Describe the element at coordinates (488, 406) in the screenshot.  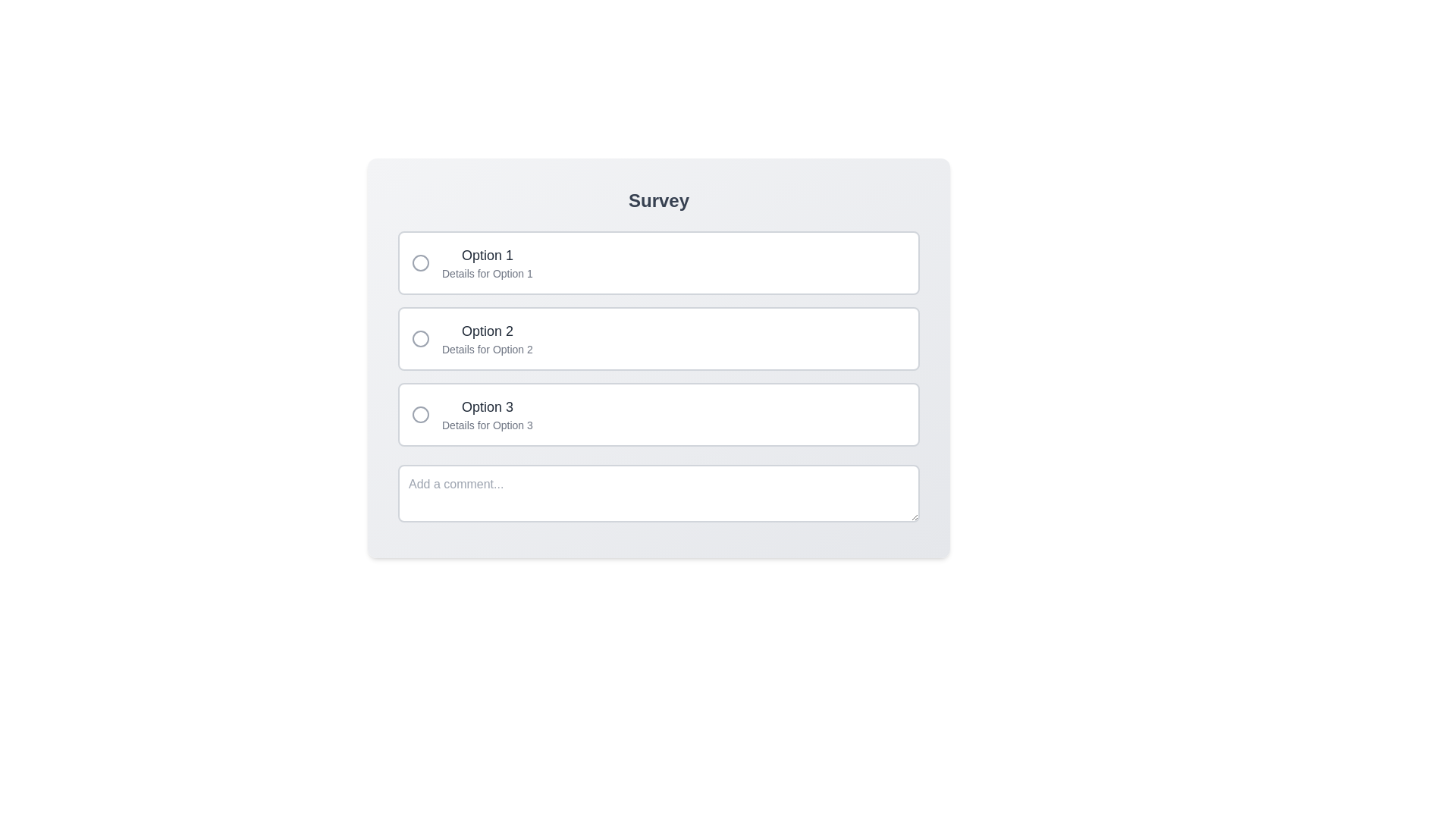
I see `the static text label that identifies the third option in the survey, located within the content section between 'Option 2' and its corresponding details` at that location.